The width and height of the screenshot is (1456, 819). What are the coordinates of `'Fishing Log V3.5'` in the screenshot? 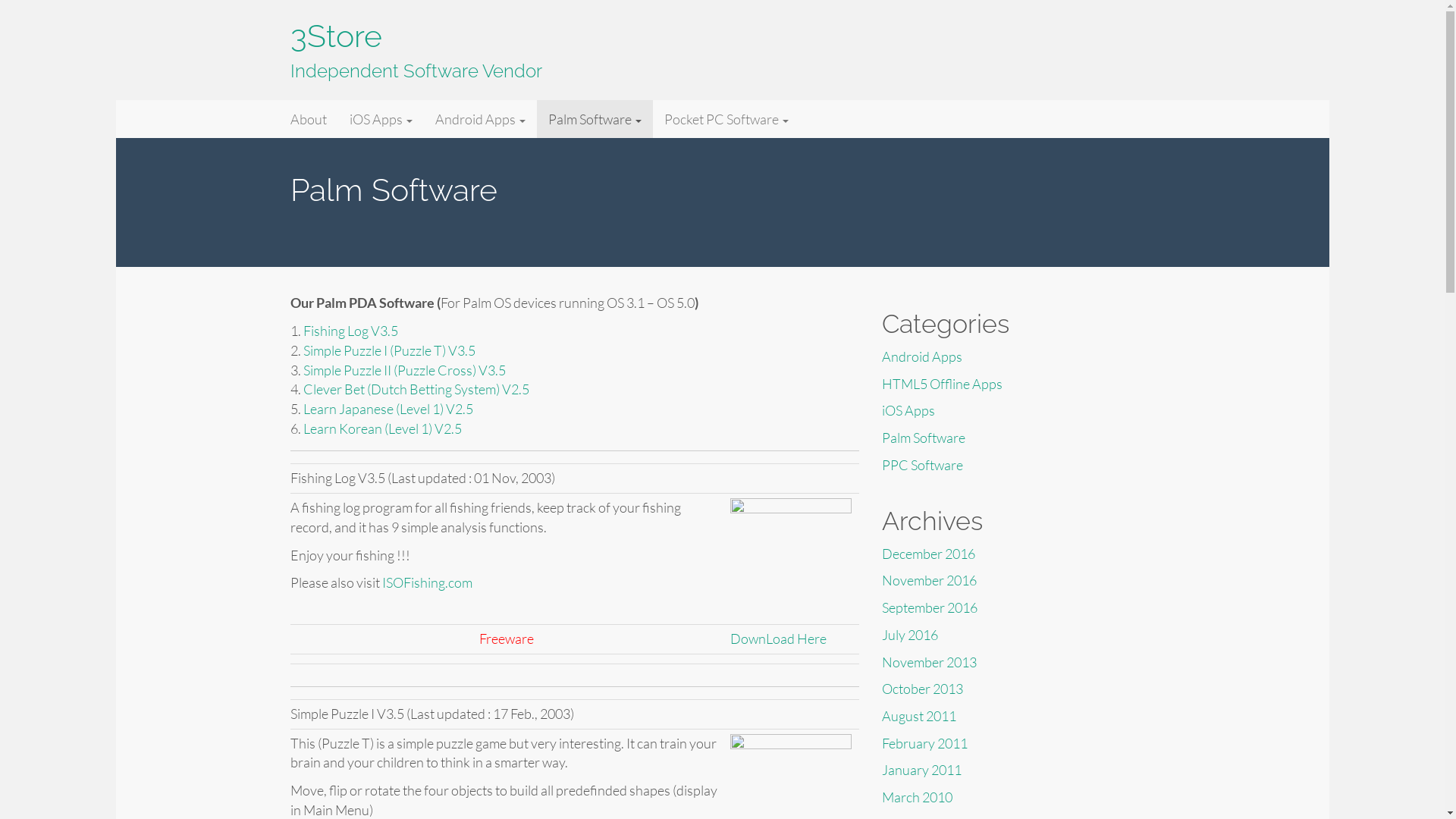 It's located at (350, 329).